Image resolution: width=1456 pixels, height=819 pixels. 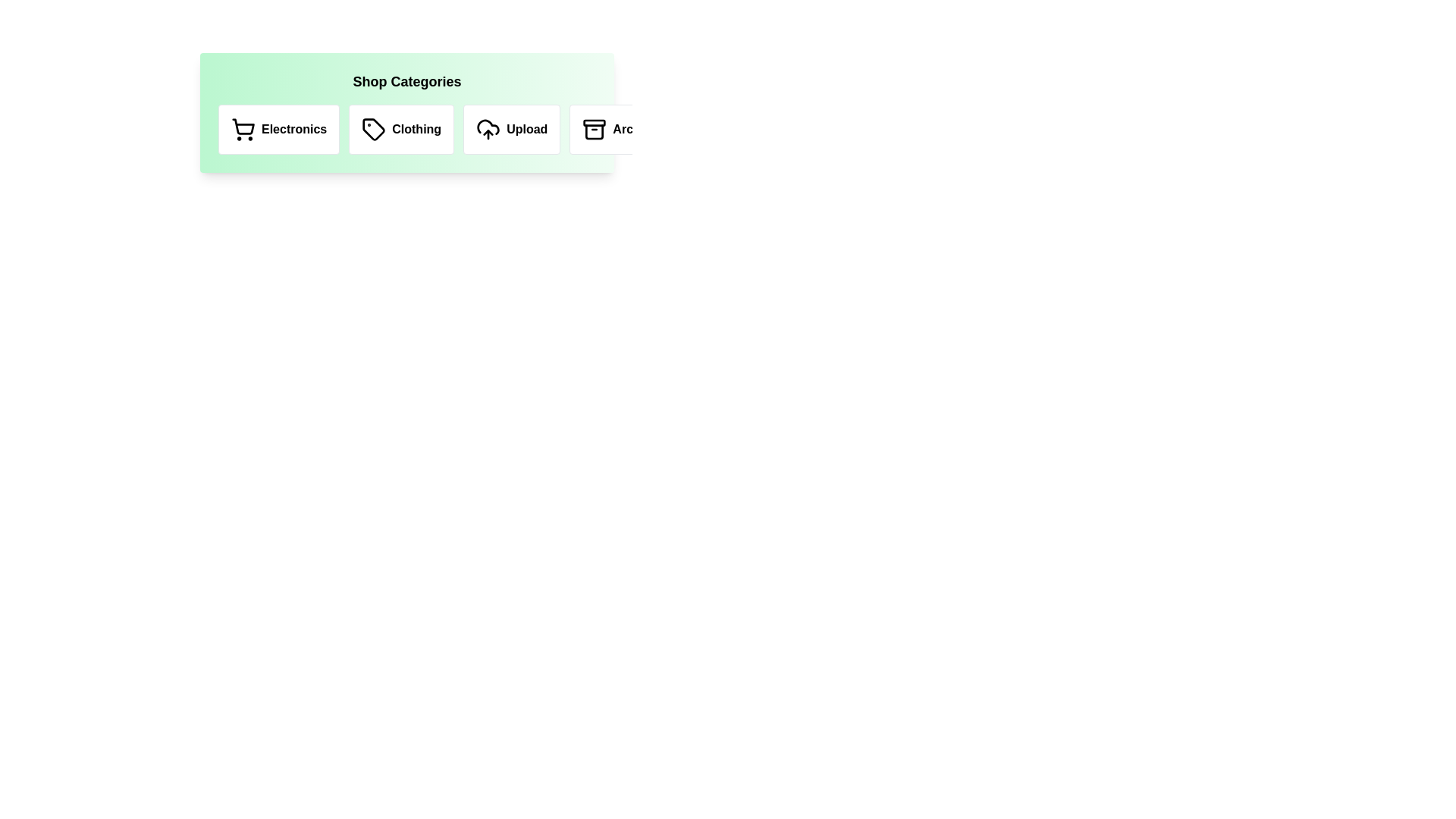 What do you see at coordinates (512, 128) in the screenshot?
I see `the category Upload to select it` at bounding box center [512, 128].